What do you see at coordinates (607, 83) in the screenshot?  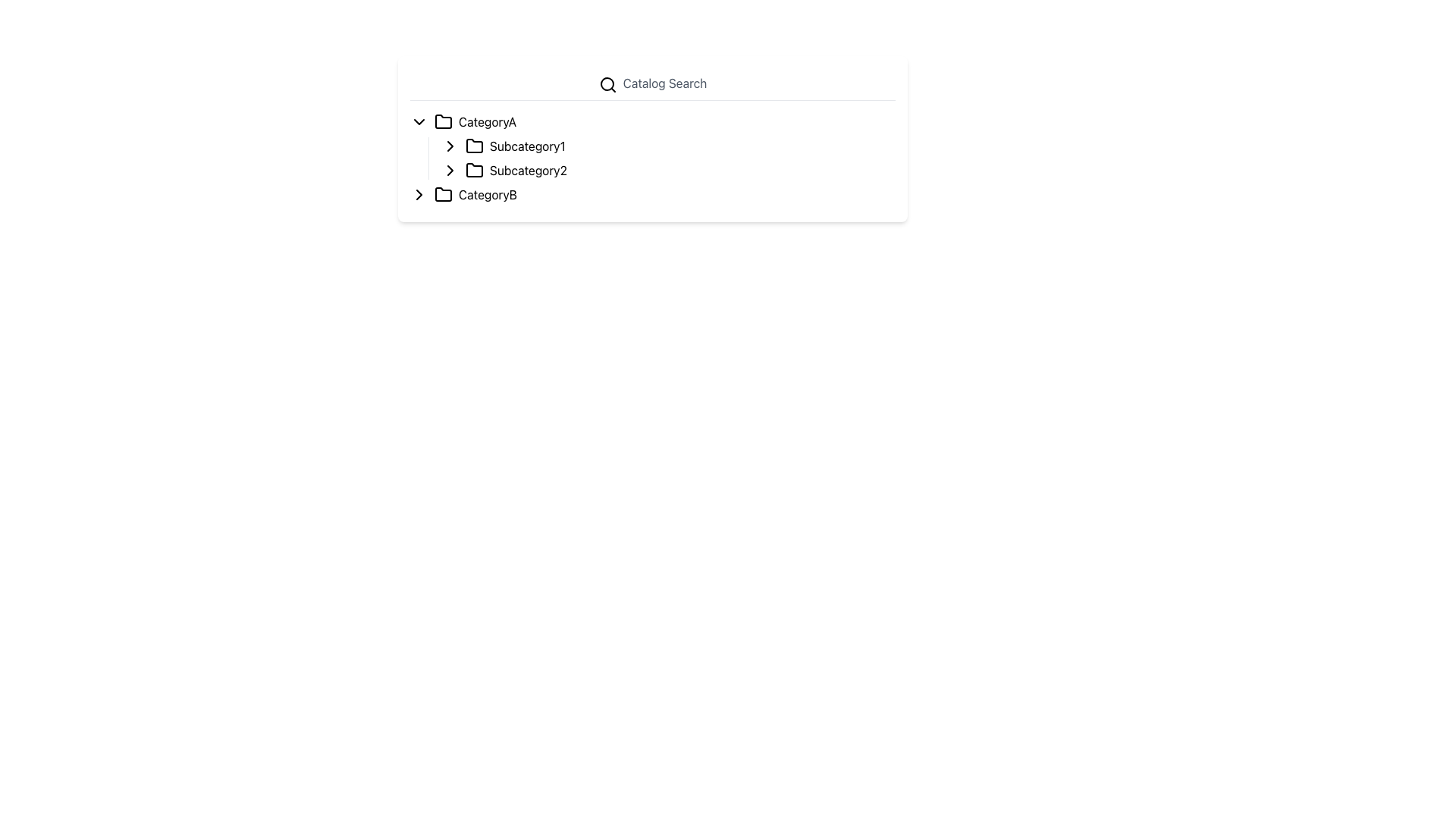 I see `the circular icon that forms the main part of the magnifying glass's lens in the search icon, which is located next to the text 'Catalog Search'` at bounding box center [607, 83].